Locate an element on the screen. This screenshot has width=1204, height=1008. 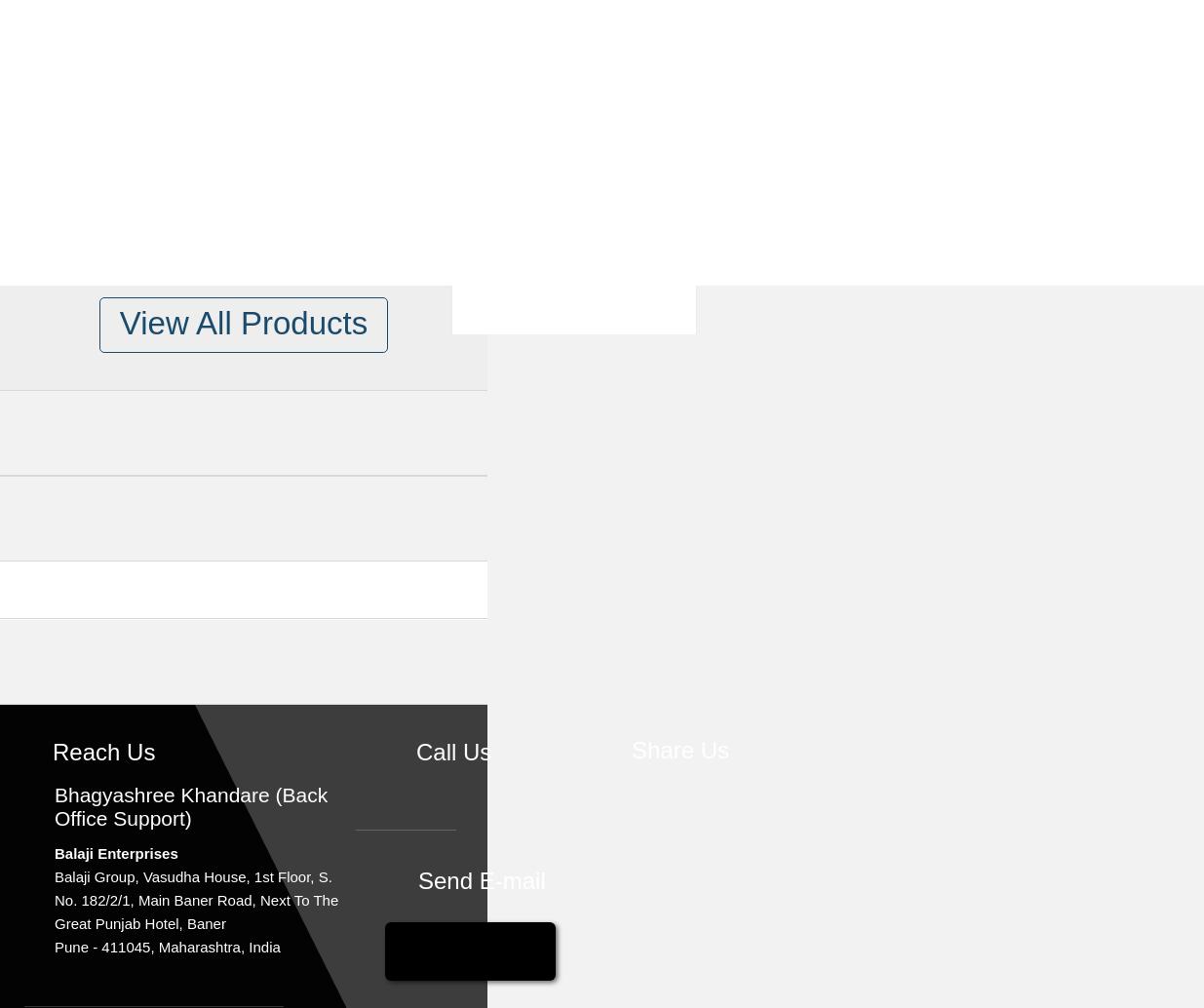
'Balaji Enterprises' is located at coordinates (115, 852).